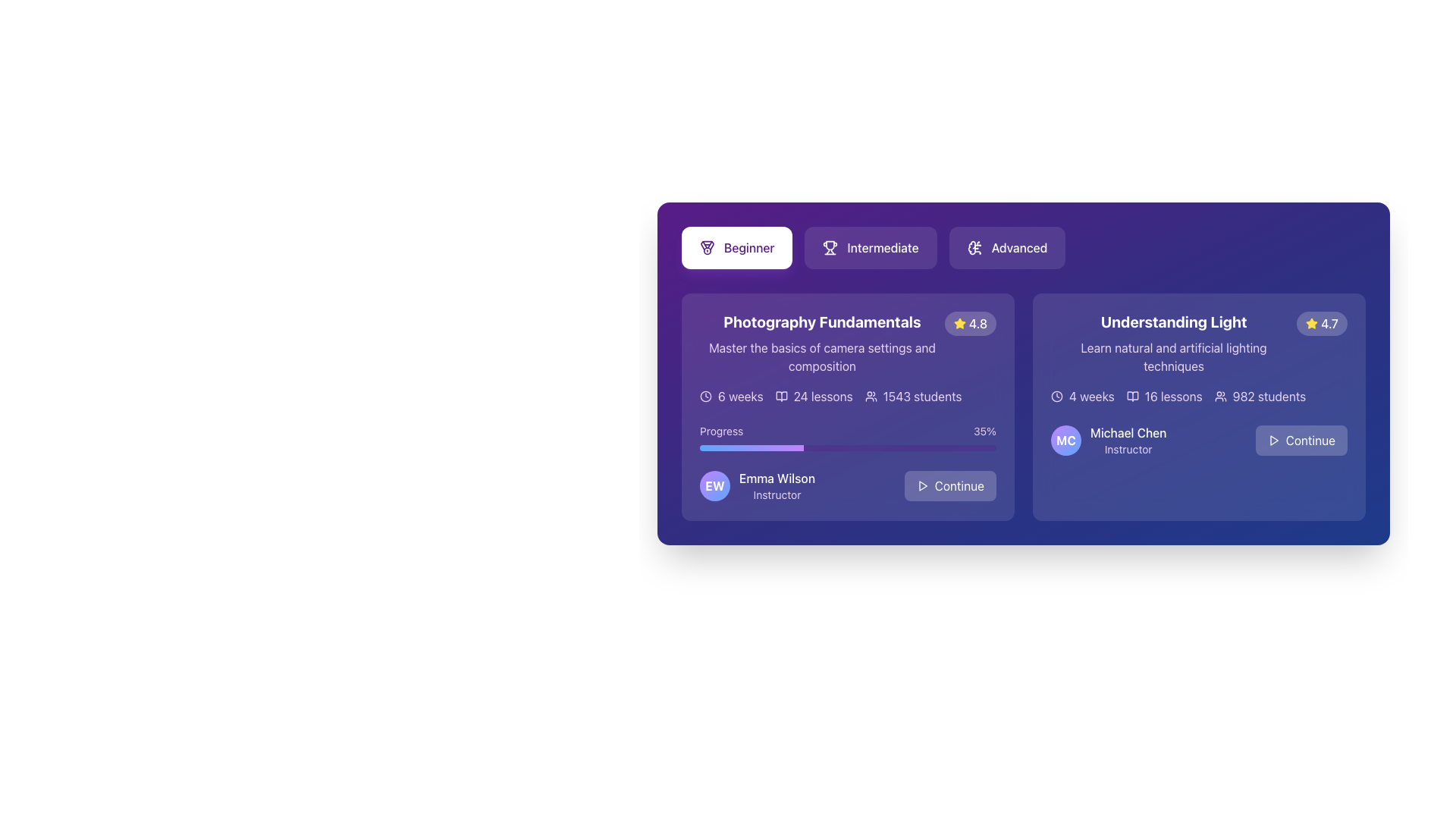 The width and height of the screenshot is (1456, 819). What do you see at coordinates (1173, 321) in the screenshot?
I see `the Text heading titled 'Understanding Light', which is located at the top of the right card in the layout, directly above the subtitle` at bounding box center [1173, 321].